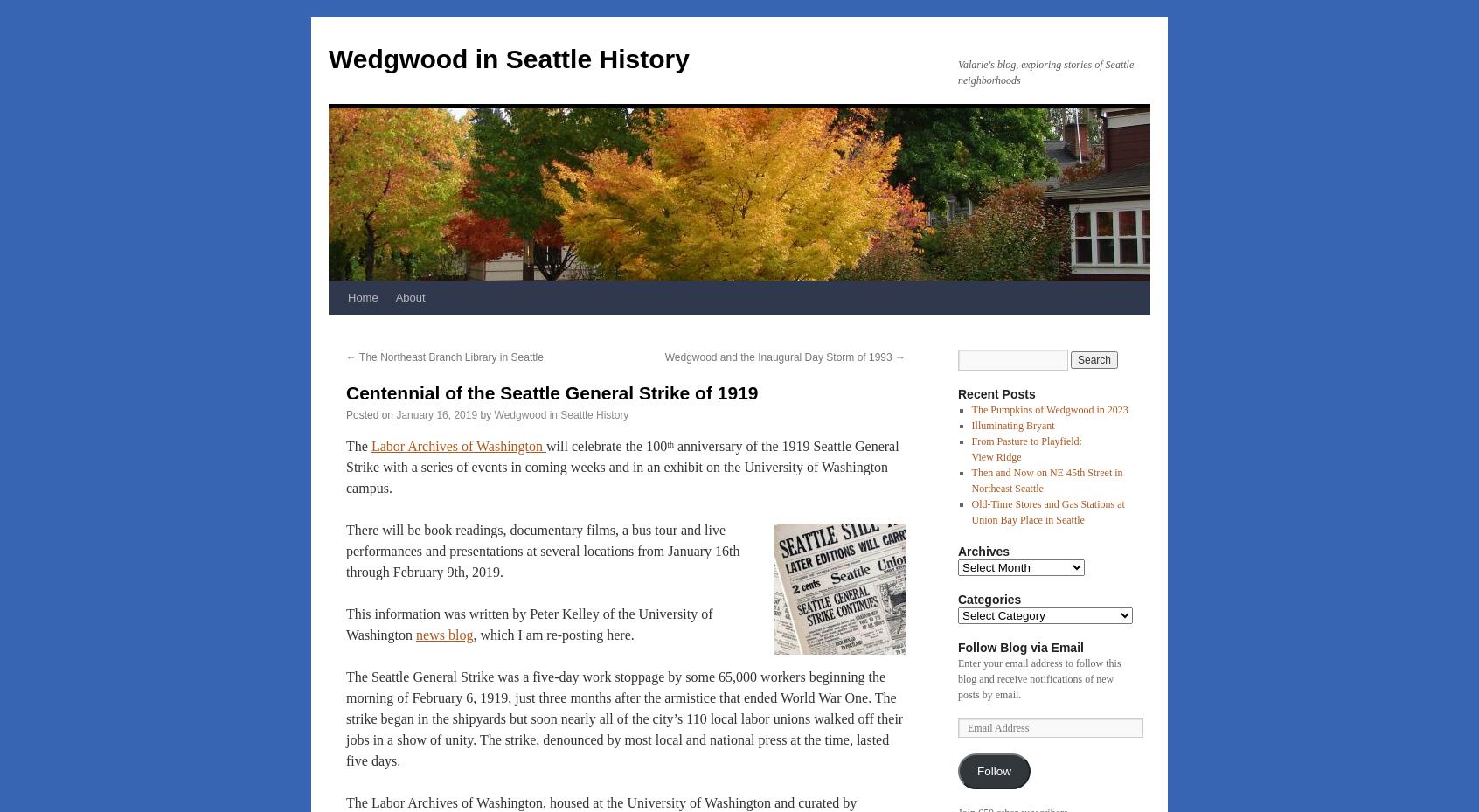  Describe the element at coordinates (996, 393) in the screenshot. I see `'Recent Posts'` at that location.